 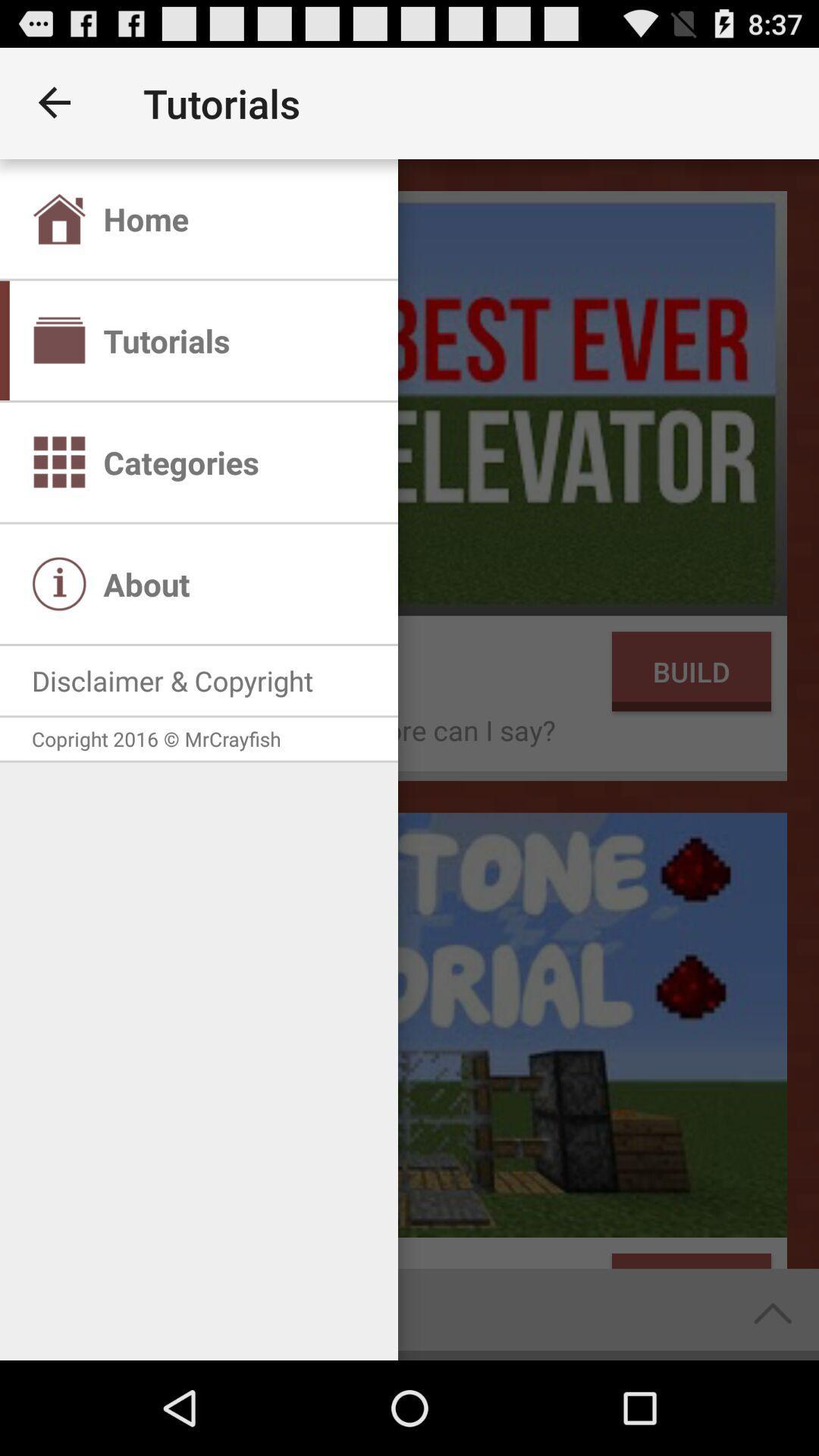 I want to click on symbol left to categories, so click(x=58, y=461).